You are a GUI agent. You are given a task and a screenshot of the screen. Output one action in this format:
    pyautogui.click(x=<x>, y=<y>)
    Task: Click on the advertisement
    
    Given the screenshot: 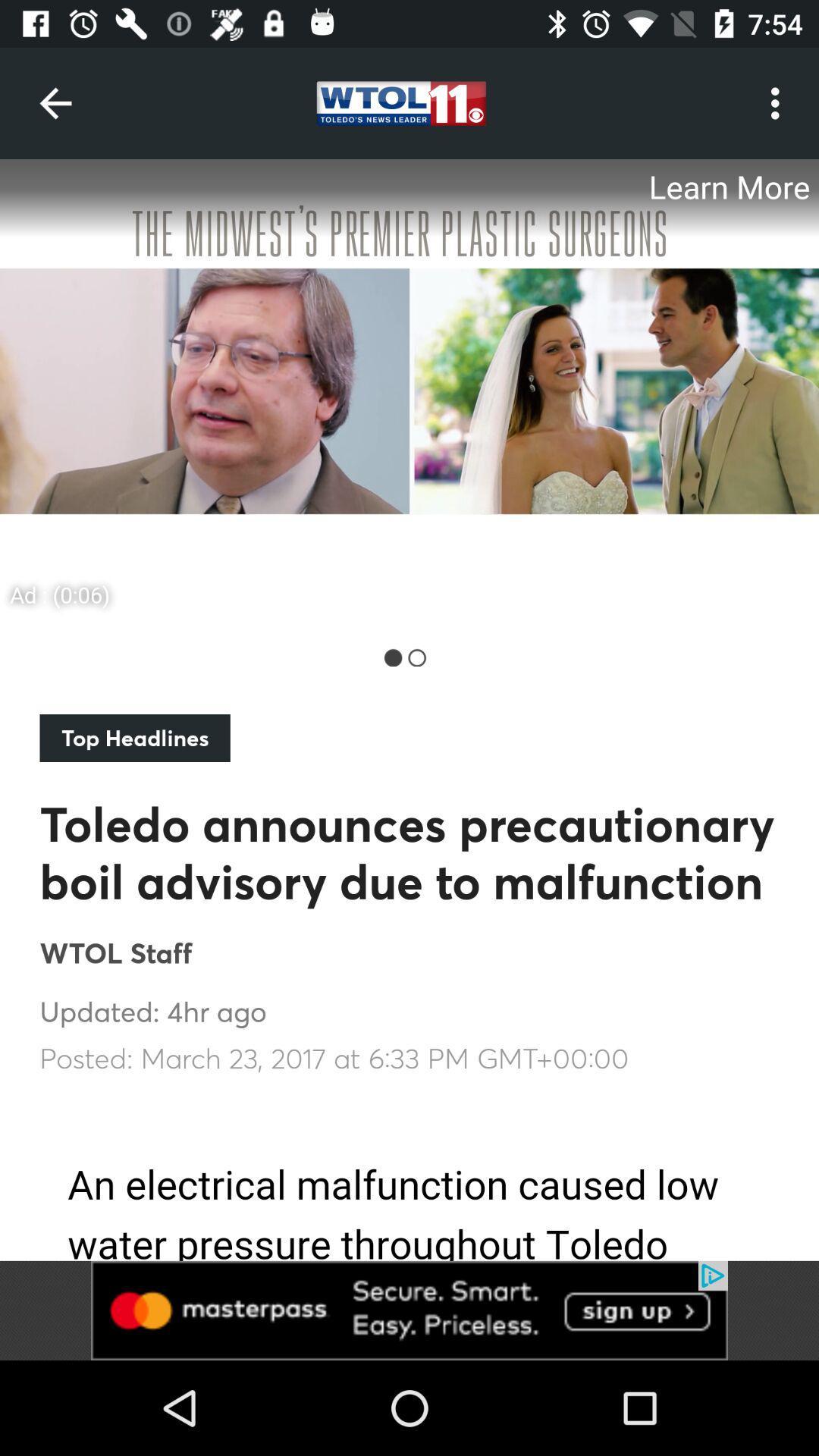 What is the action you would take?
    pyautogui.click(x=409, y=1310)
    